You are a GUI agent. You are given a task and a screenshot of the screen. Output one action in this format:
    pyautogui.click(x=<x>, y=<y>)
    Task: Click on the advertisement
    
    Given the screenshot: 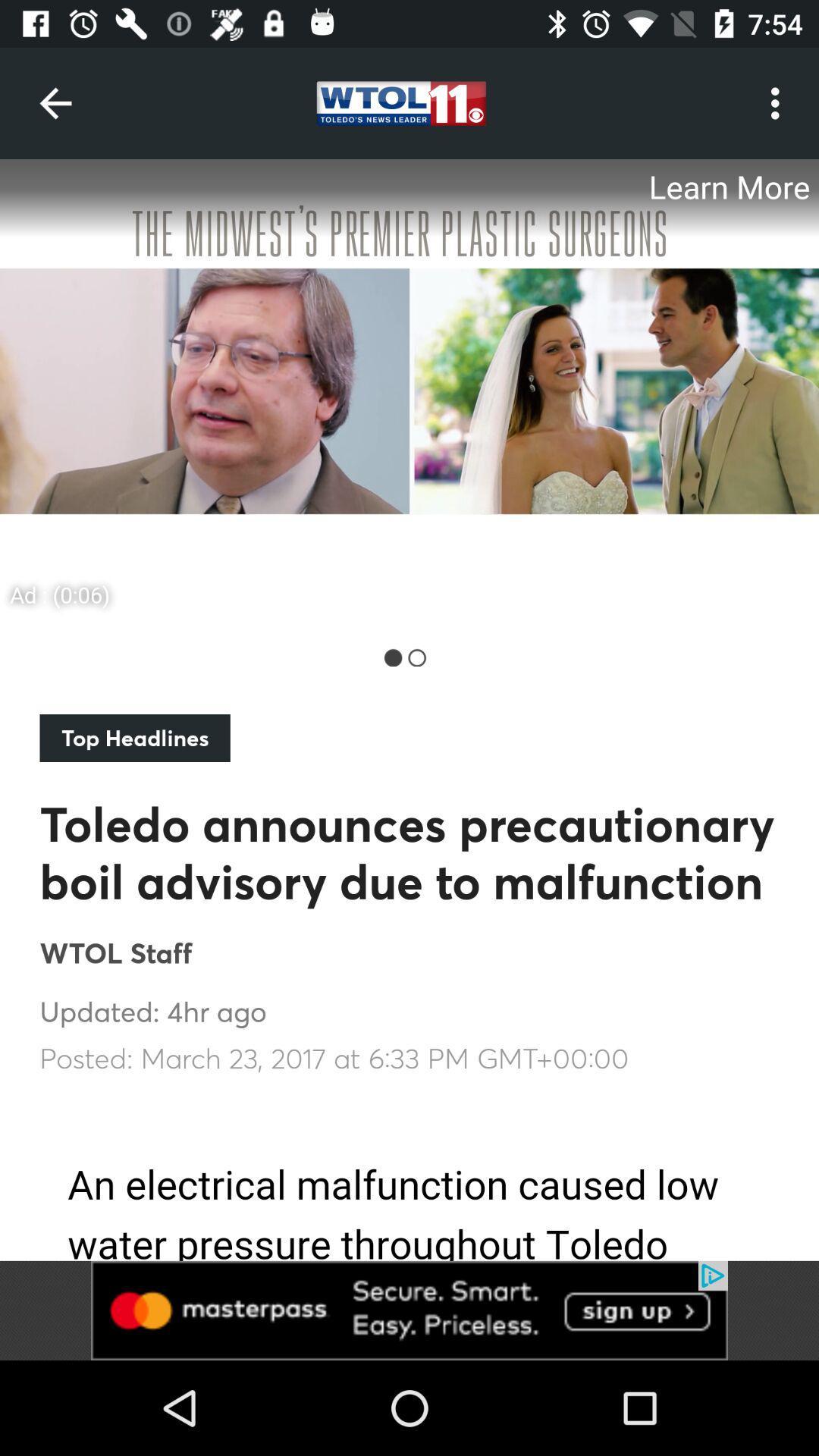 What is the action you would take?
    pyautogui.click(x=409, y=1310)
    